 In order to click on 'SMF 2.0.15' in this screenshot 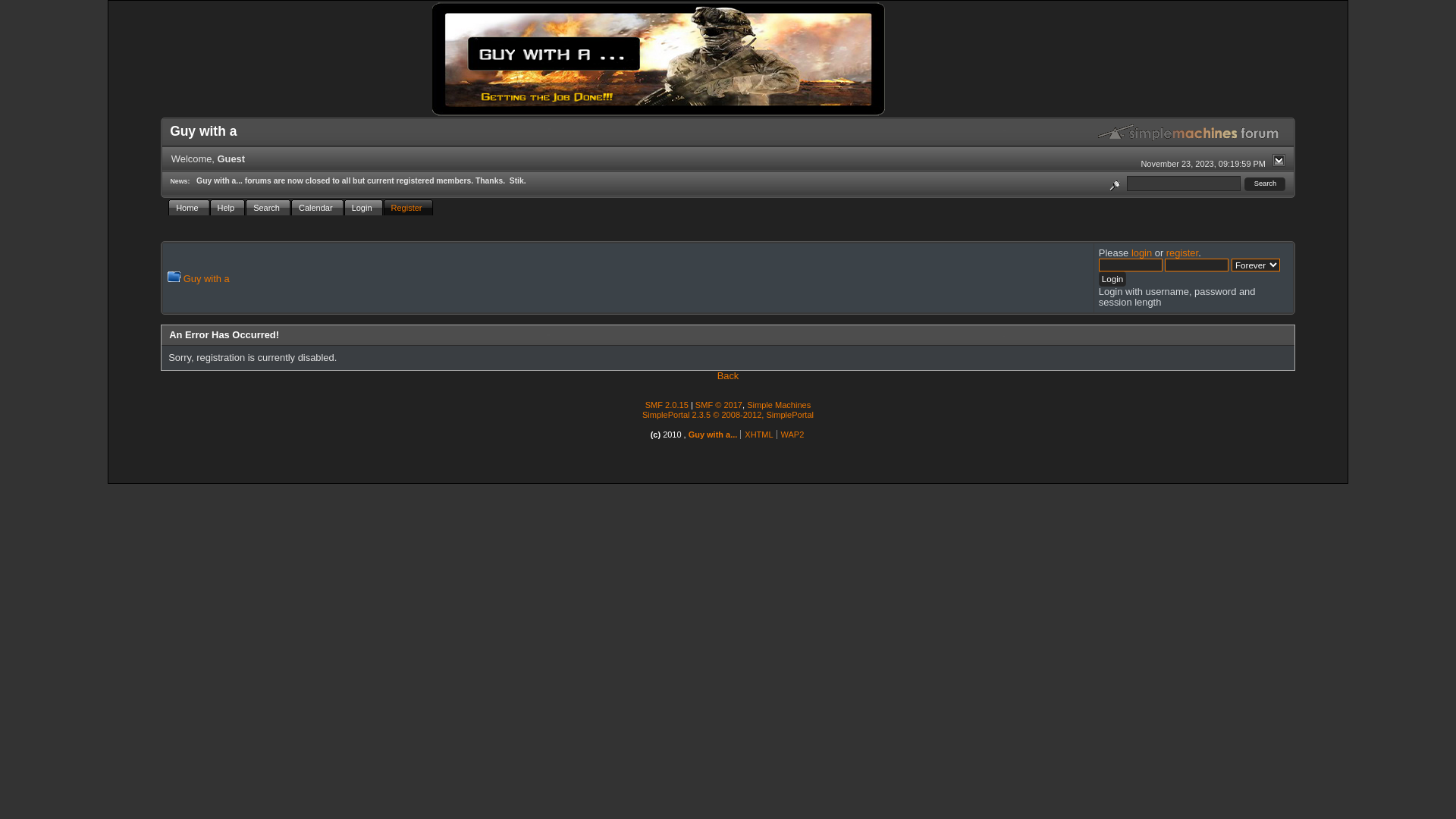, I will do `click(667, 403)`.